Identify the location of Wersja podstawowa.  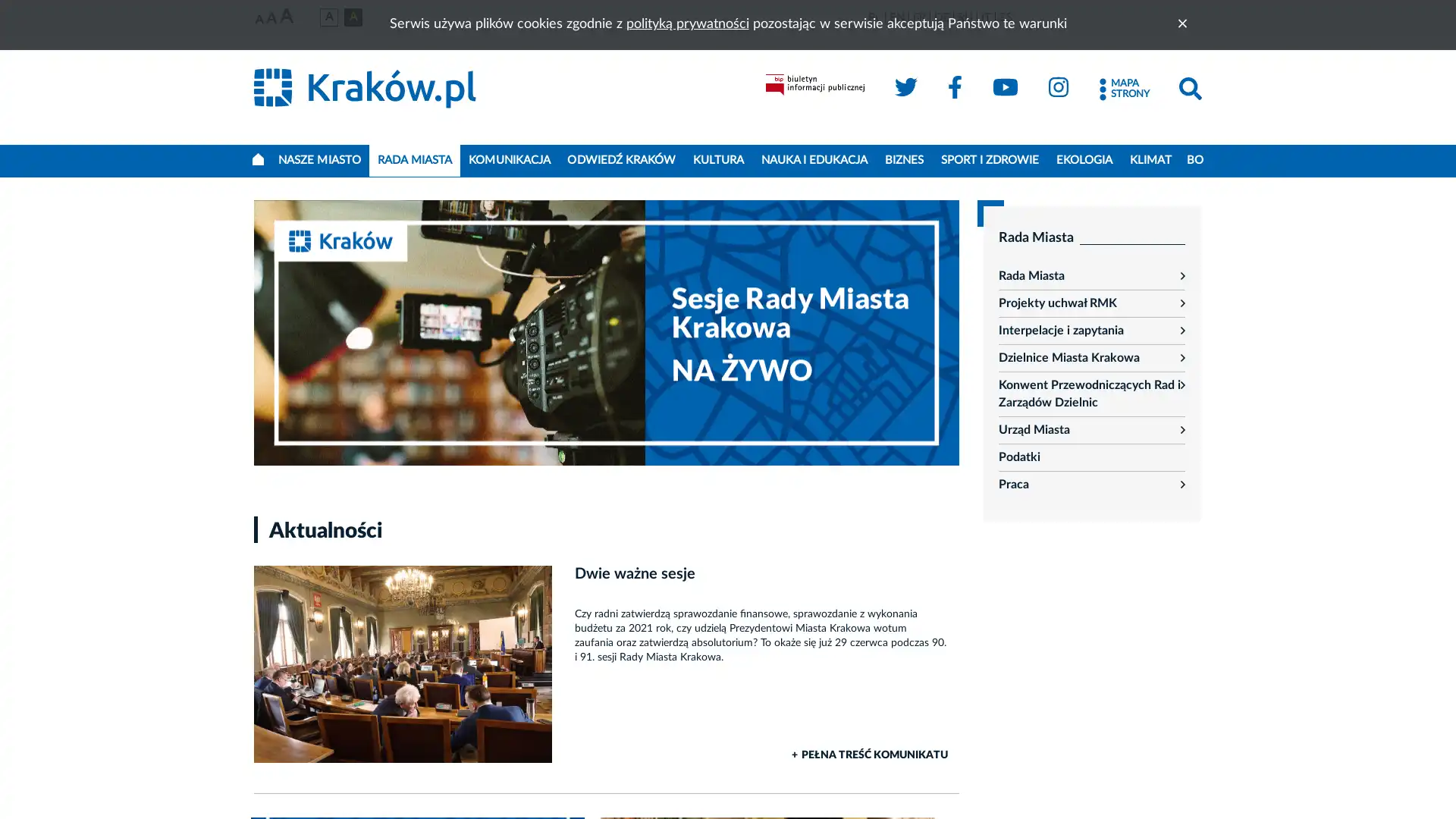
(328, 17).